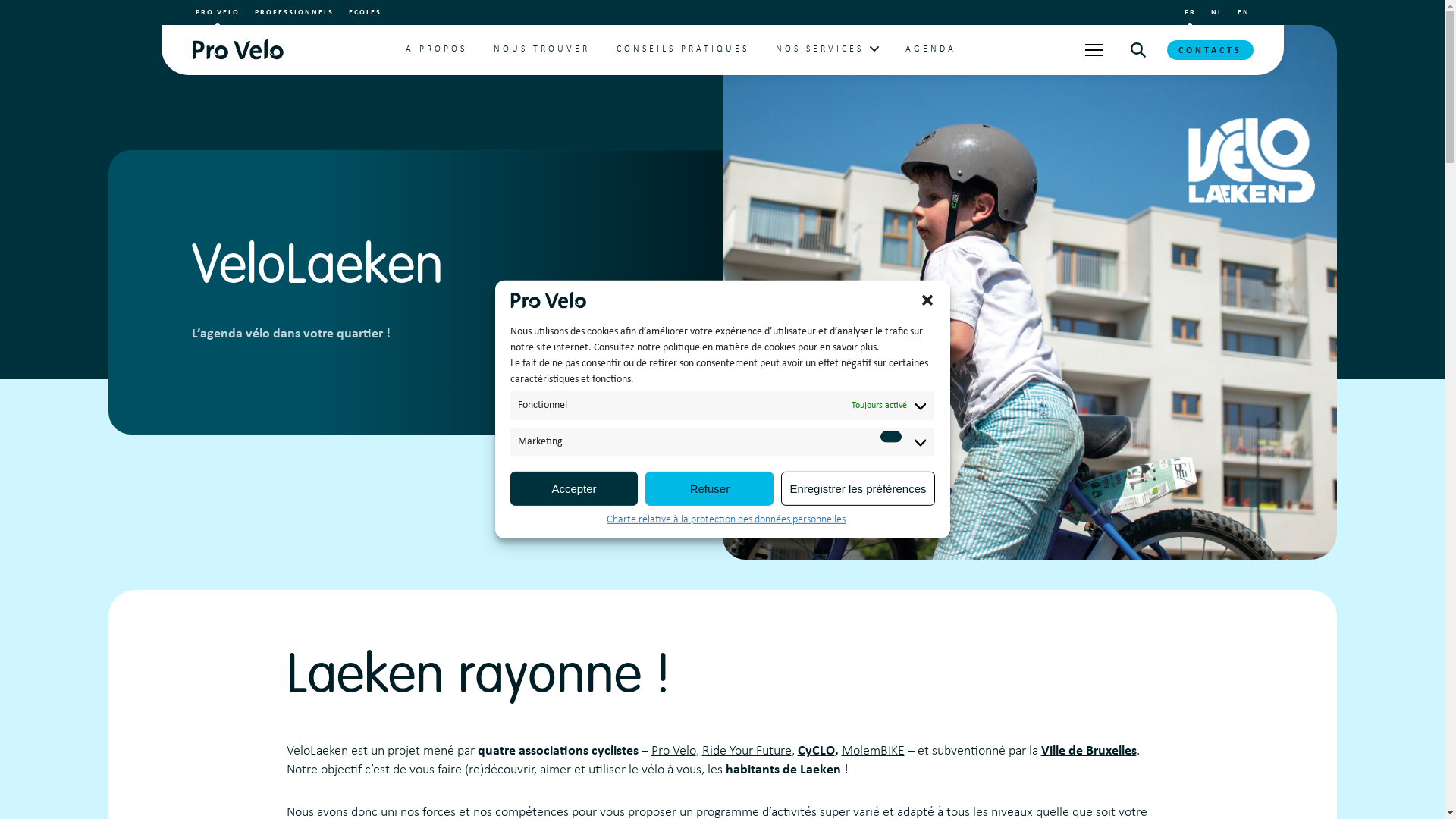 The width and height of the screenshot is (1456, 819). Describe the element at coordinates (1137, 49) in the screenshot. I see `'Rechercher'` at that location.